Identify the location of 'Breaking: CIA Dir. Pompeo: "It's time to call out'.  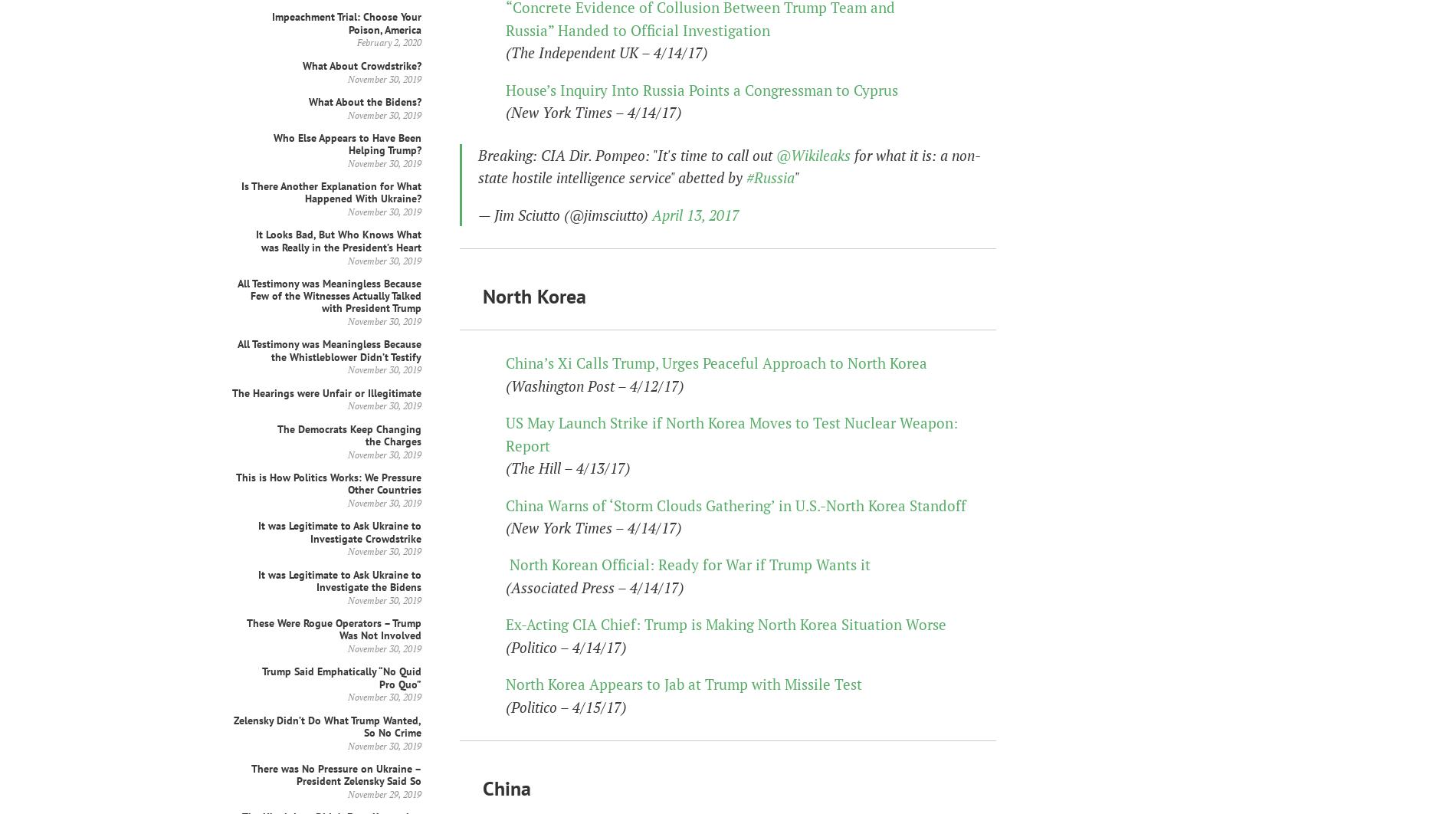
(626, 155).